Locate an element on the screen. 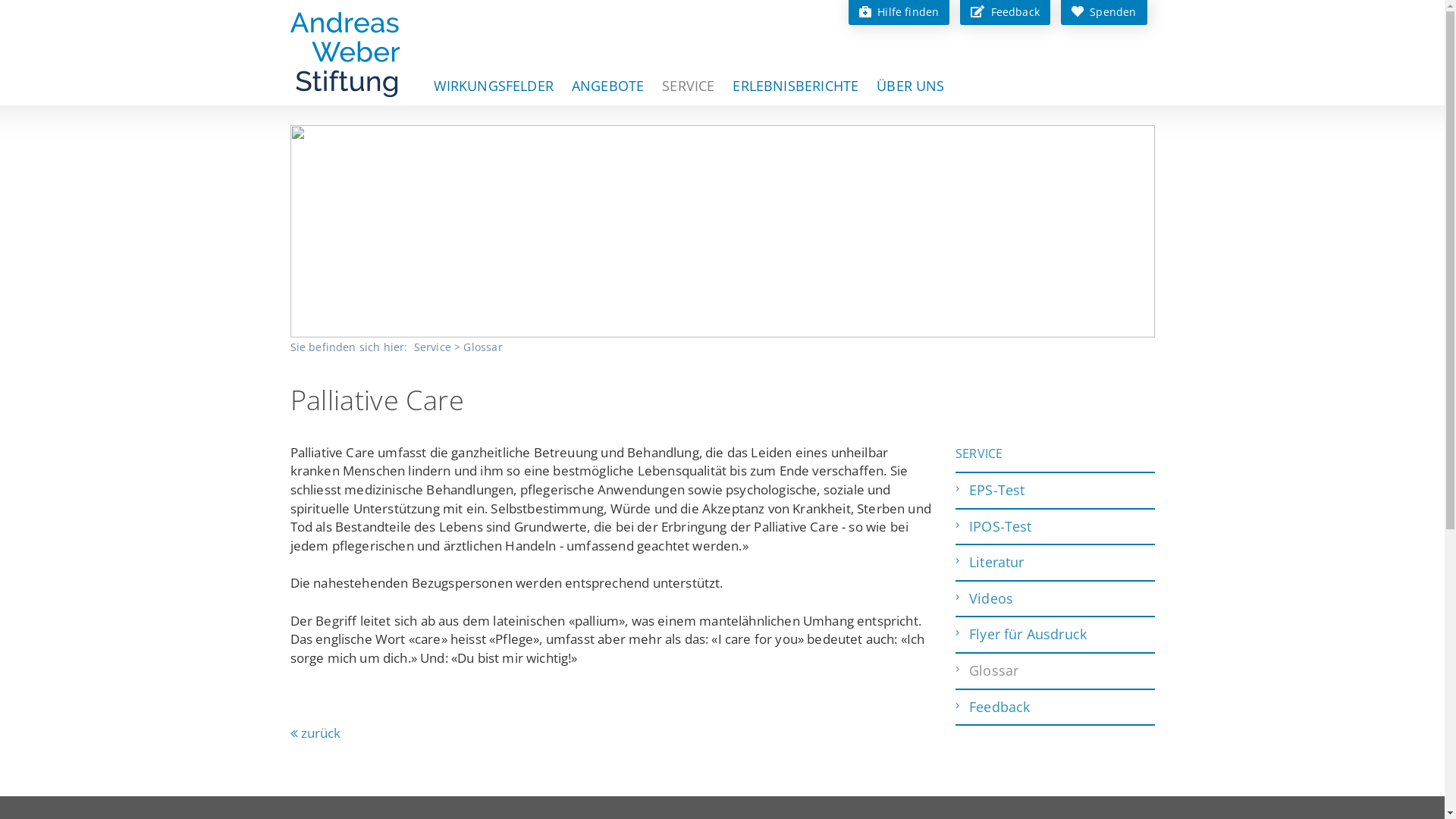 This screenshot has height=819, width=1456. 'Literatur' is located at coordinates (1054, 562).